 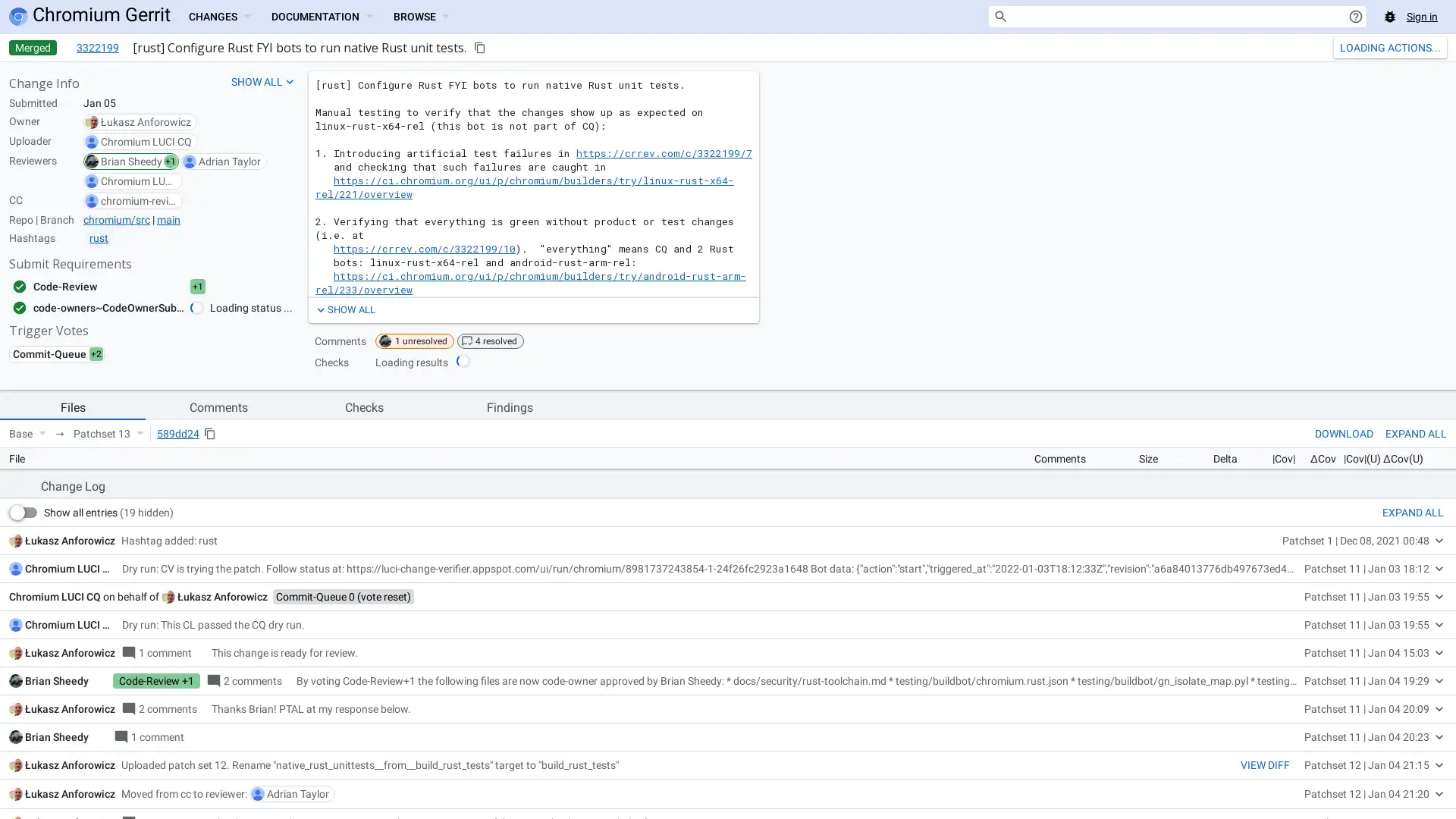 I want to click on SHOW ALL, so click(x=263, y=82).